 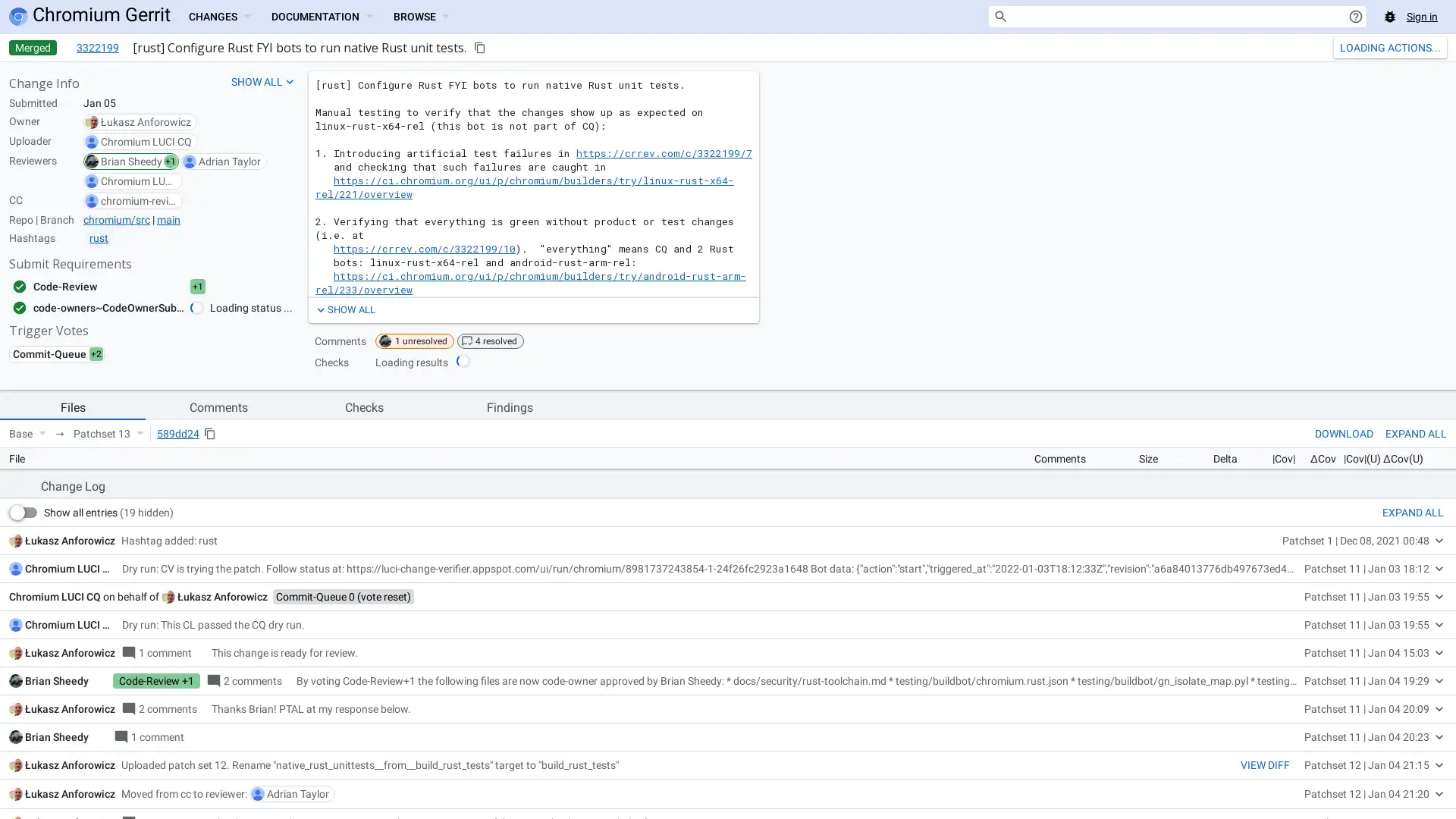 I want to click on SHOW ALL, so click(x=263, y=82).